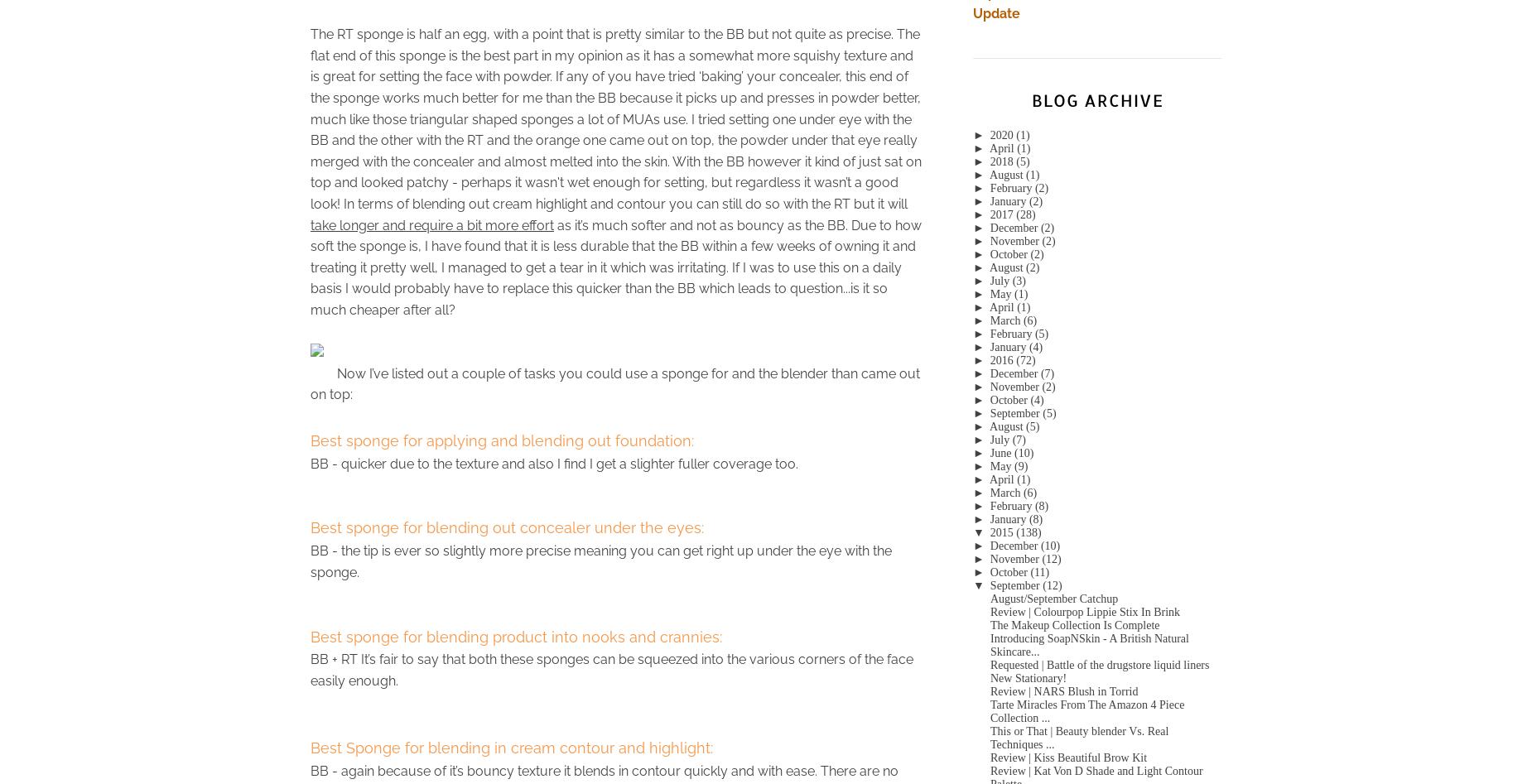  I want to click on 'New Stationary!', so click(990, 677).